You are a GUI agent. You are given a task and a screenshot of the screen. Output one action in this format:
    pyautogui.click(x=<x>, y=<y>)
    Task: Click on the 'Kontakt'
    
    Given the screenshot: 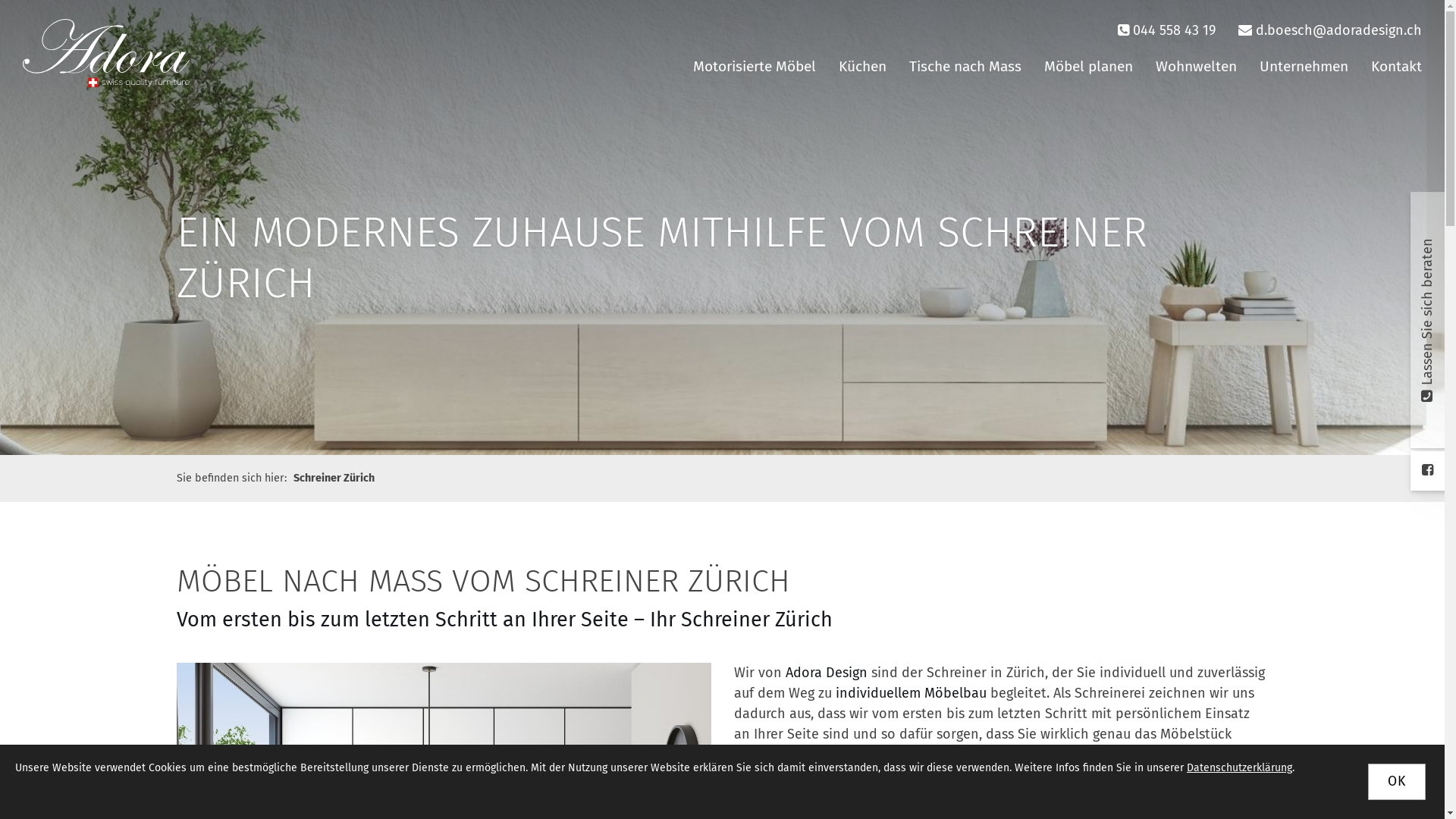 What is the action you would take?
    pyautogui.click(x=1395, y=66)
    